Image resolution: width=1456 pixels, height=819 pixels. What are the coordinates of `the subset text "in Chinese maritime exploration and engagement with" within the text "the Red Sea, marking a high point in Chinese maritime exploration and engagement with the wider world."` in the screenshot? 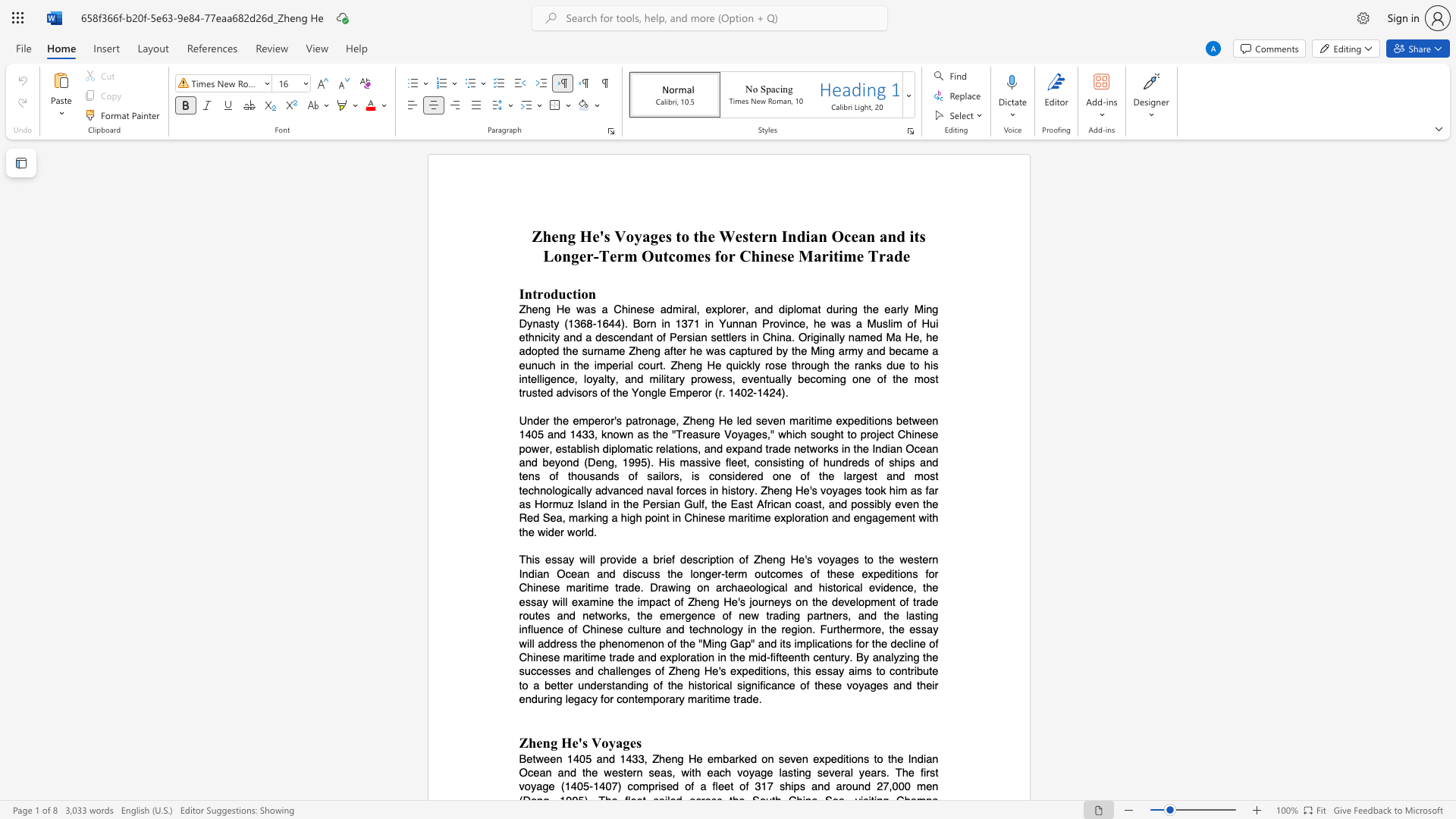 It's located at (671, 517).